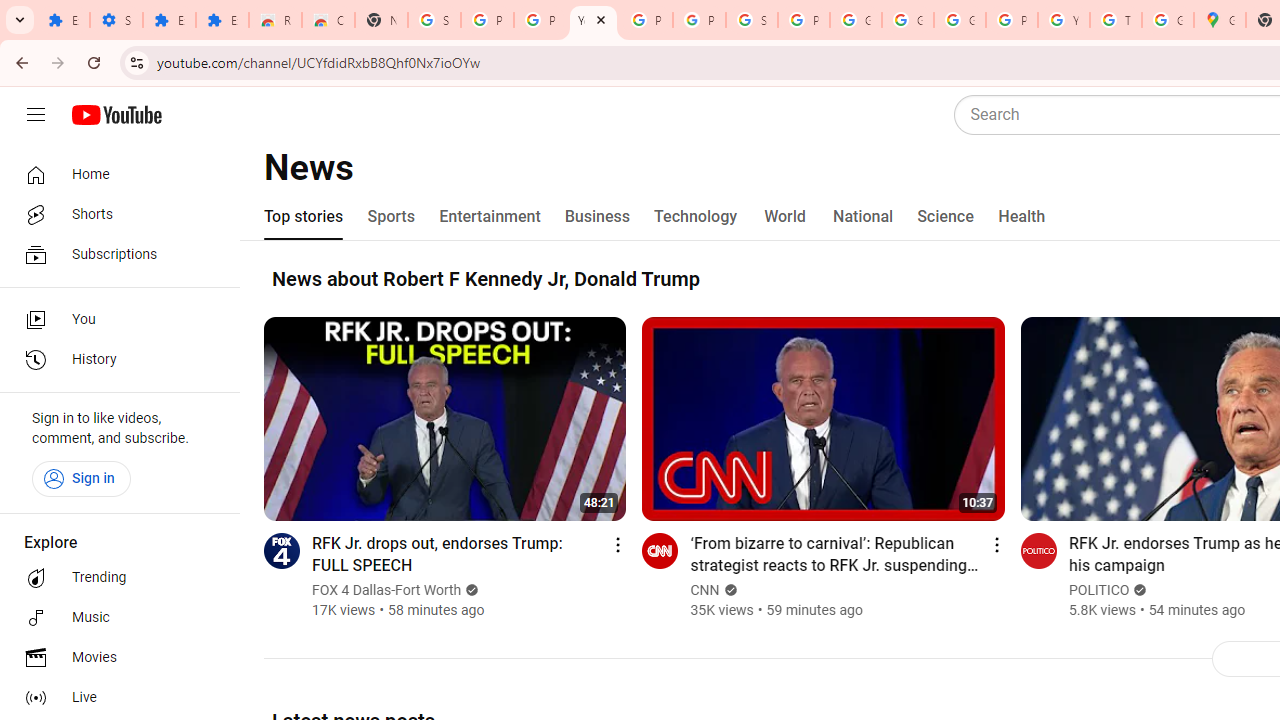 Image resolution: width=1280 pixels, height=720 pixels. I want to click on 'Live', so click(112, 697).